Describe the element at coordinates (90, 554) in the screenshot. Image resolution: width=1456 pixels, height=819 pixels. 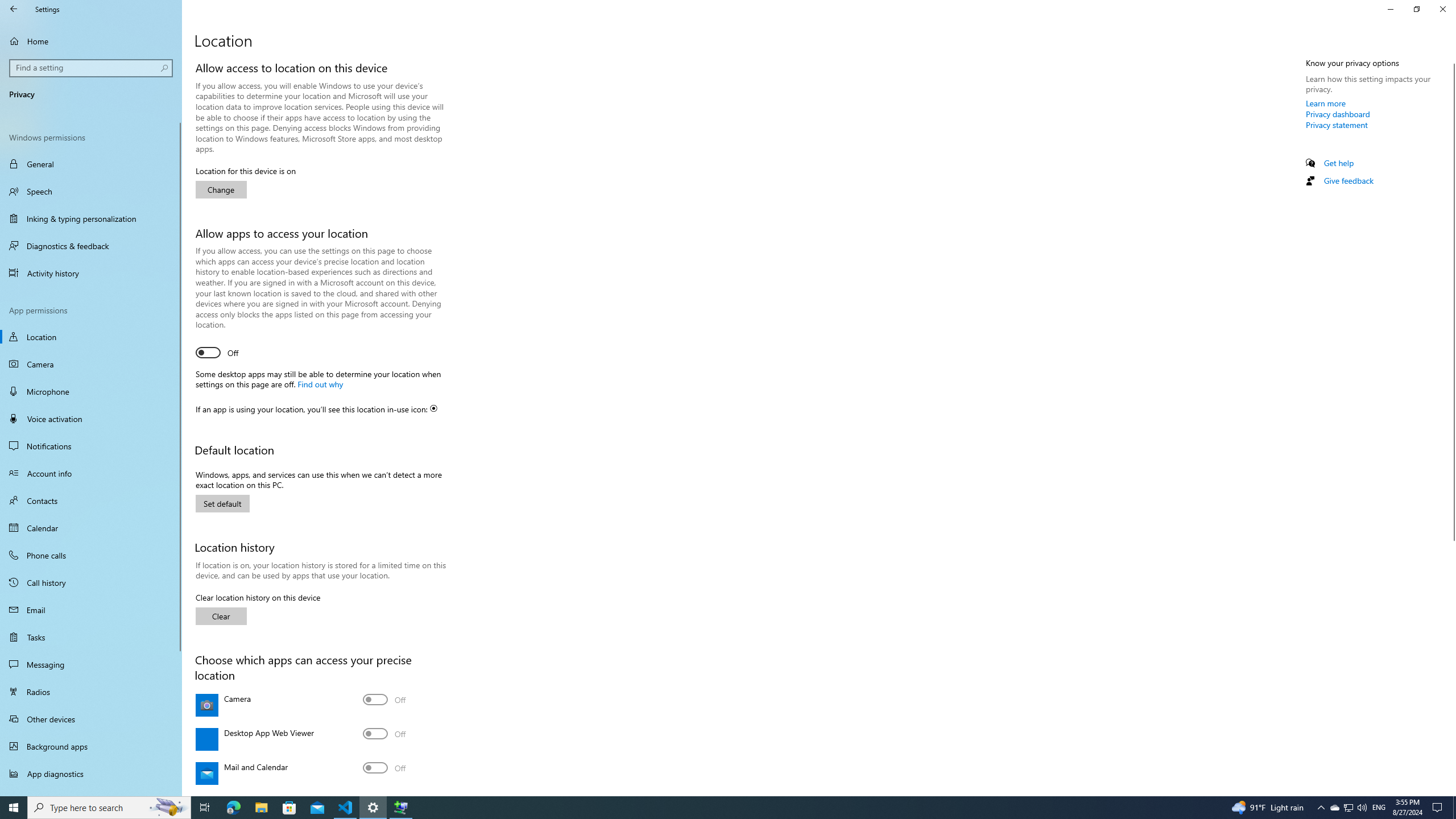
I see `'Phone calls'` at that location.